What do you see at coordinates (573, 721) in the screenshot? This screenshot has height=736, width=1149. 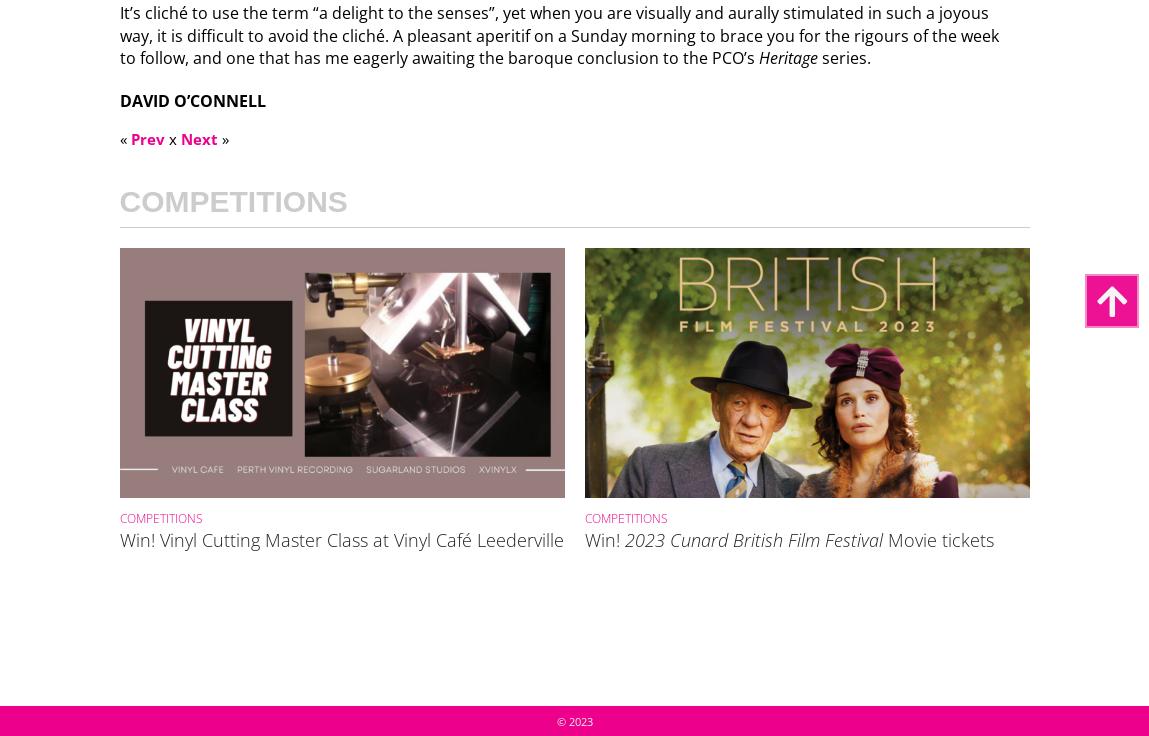 I see `'© 2023'` at bounding box center [573, 721].